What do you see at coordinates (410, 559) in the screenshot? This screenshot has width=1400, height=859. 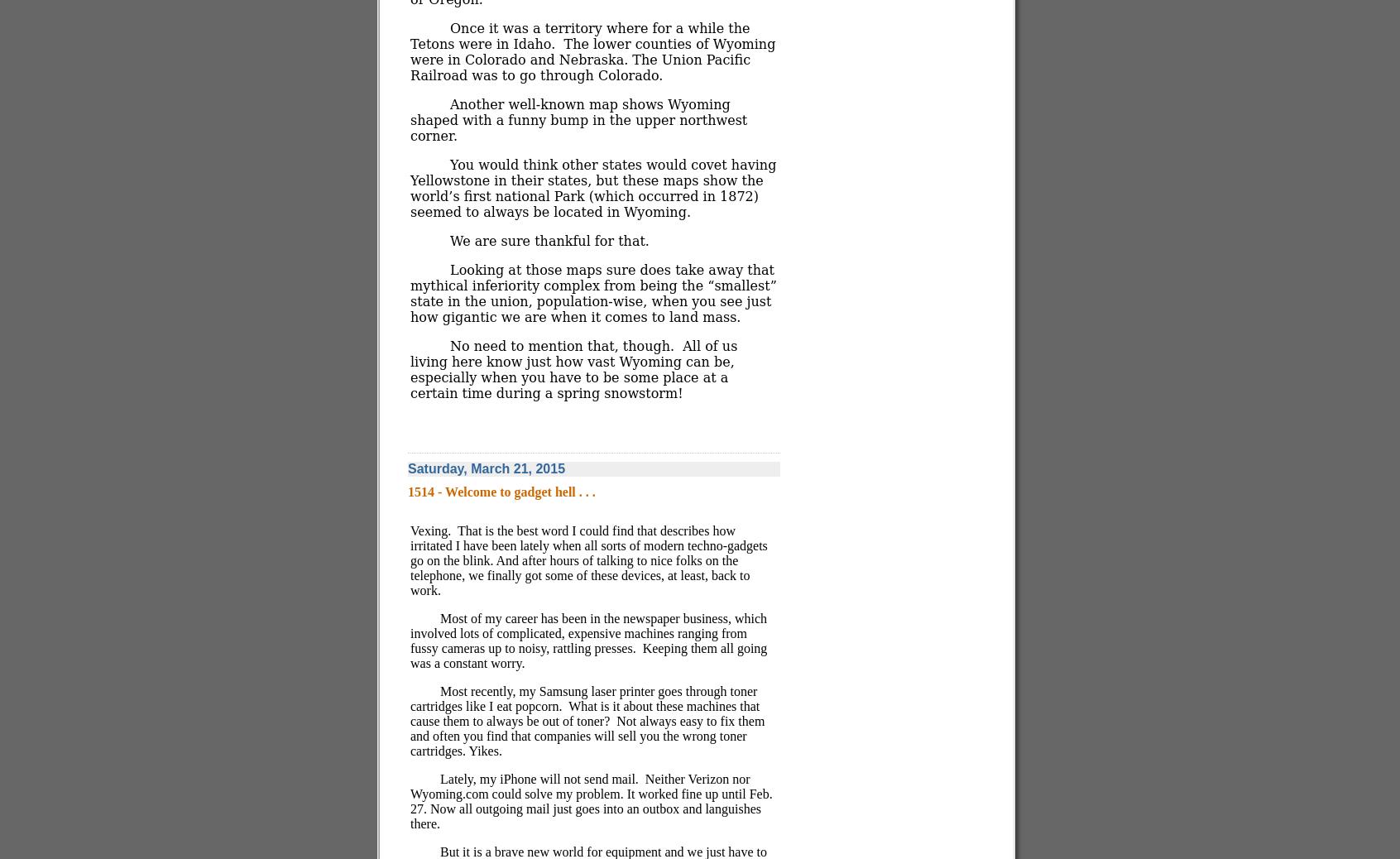 I see `'That is the
best word I could find that describes how irritated I have been lately when all
sorts of modern techno-gadgets go on the blink. And after hours of talking to
nice folks on the telephone, we finally got some of these devices, at least,
back to work.'` at bounding box center [410, 559].